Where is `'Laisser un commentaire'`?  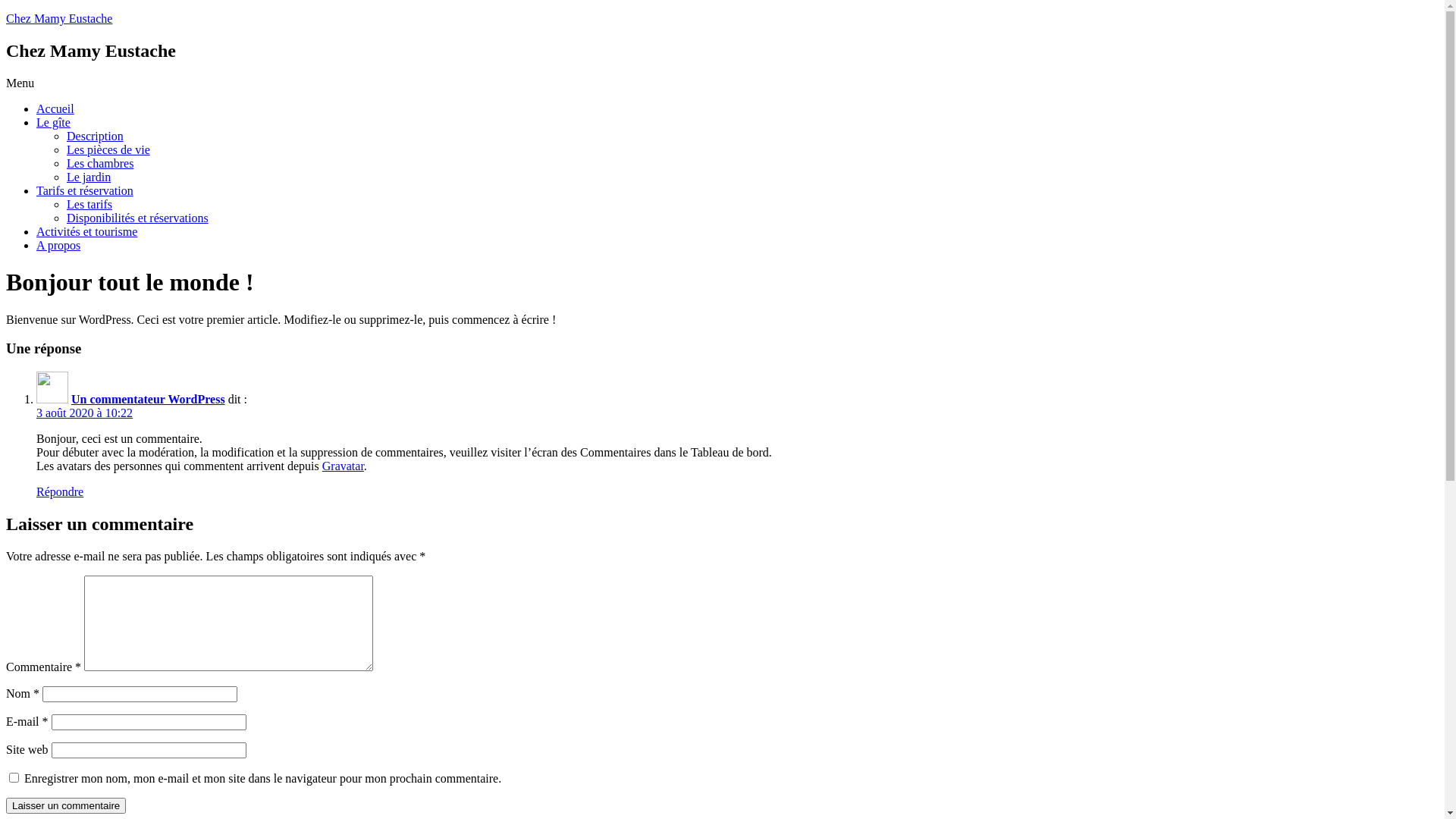 'Laisser un commentaire' is located at coordinates (64, 805).